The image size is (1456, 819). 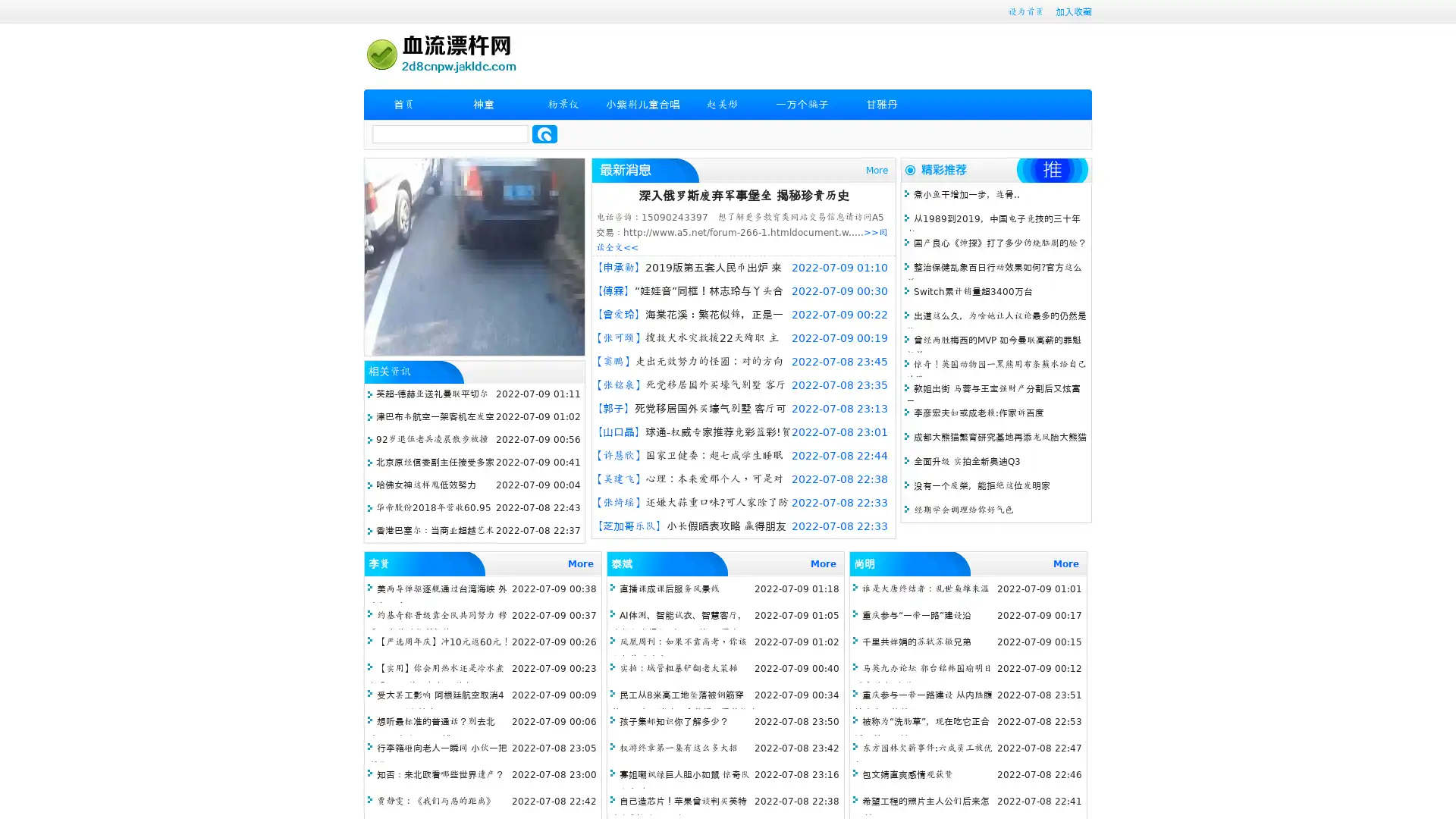 I want to click on Search, so click(x=544, y=133).